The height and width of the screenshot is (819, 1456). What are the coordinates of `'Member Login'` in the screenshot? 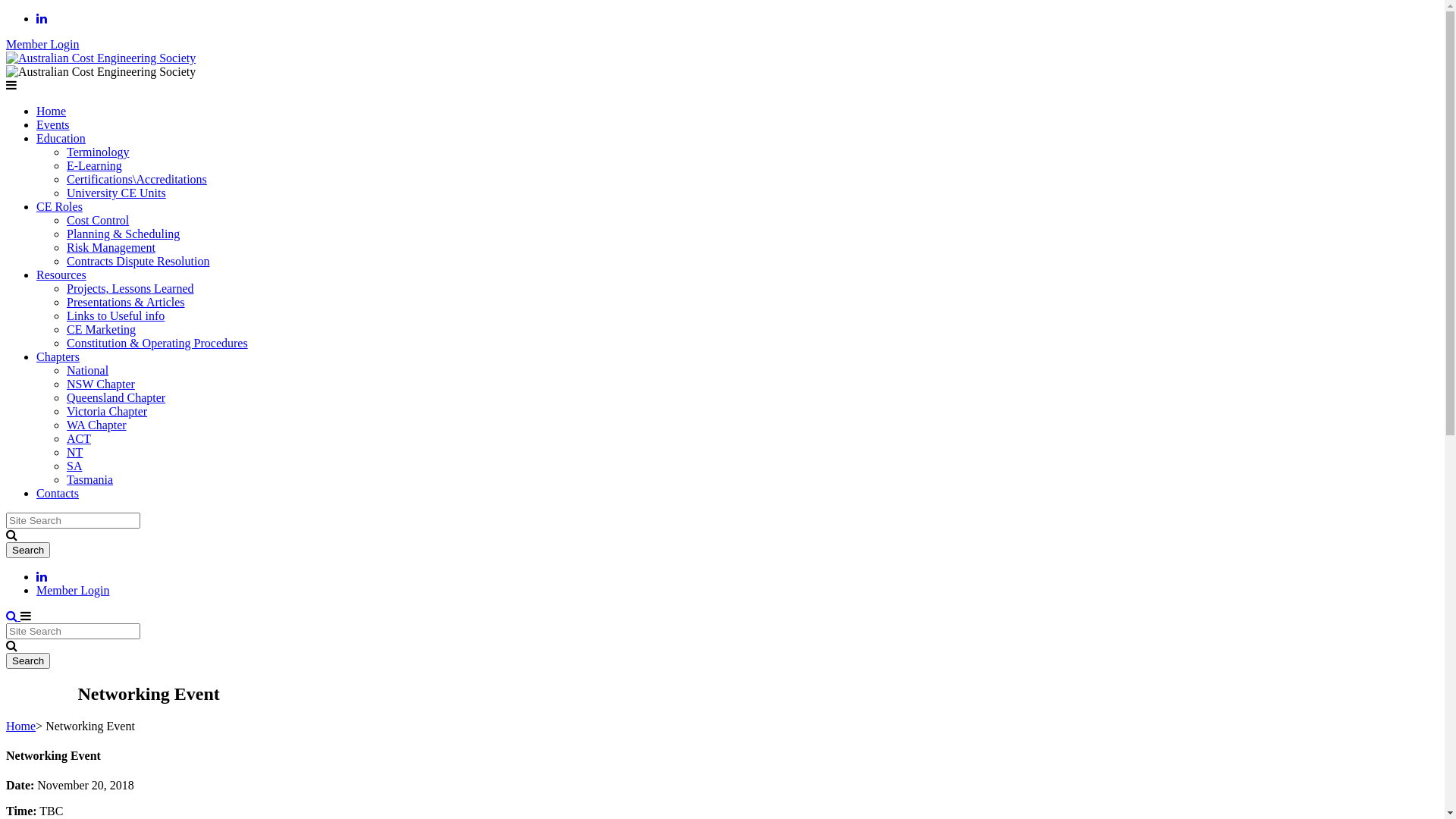 It's located at (72, 589).